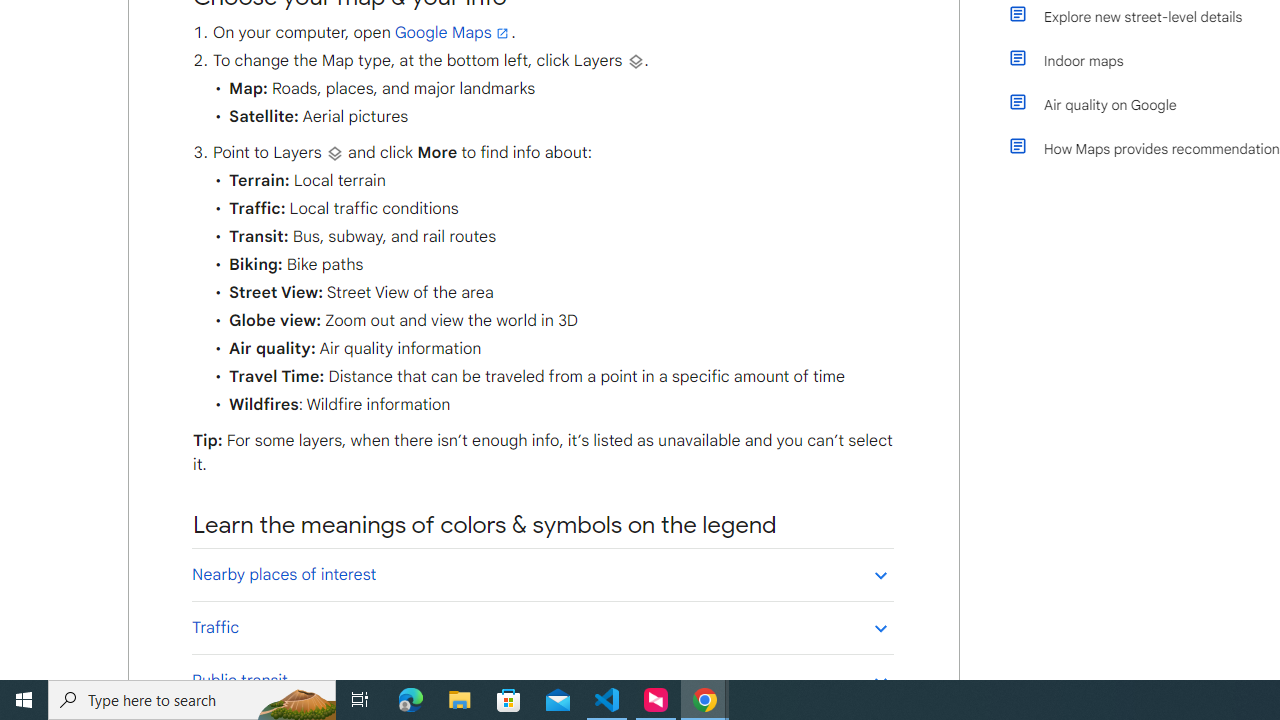 This screenshot has height=720, width=1280. I want to click on 'Google Maps', so click(452, 33).